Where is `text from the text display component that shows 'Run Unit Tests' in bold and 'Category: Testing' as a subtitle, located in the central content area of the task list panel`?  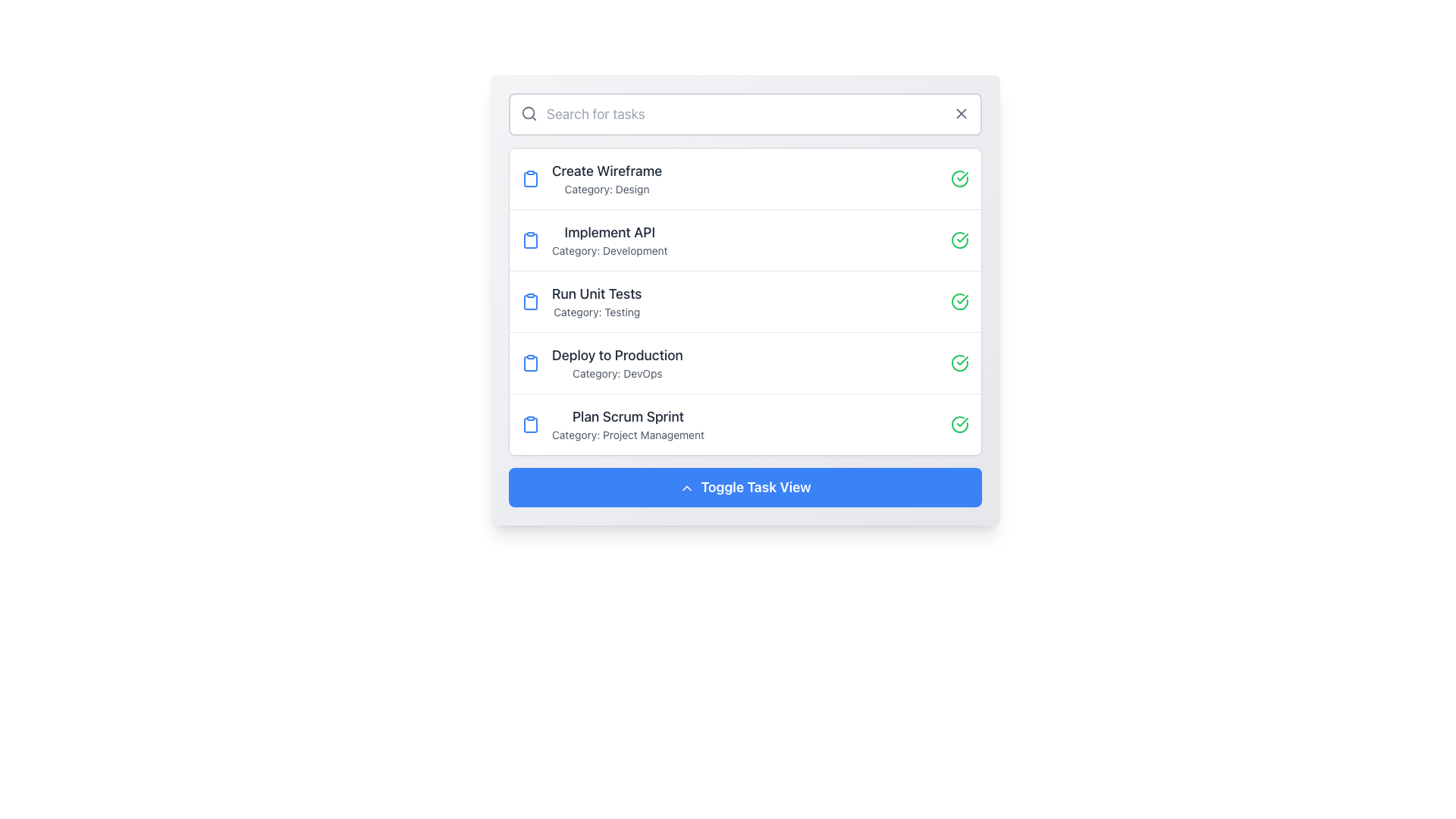 text from the text display component that shows 'Run Unit Tests' in bold and 'Category: Testing' as a subtitle, located in the central content area of the task list panel is located at coordinates (596, 301).